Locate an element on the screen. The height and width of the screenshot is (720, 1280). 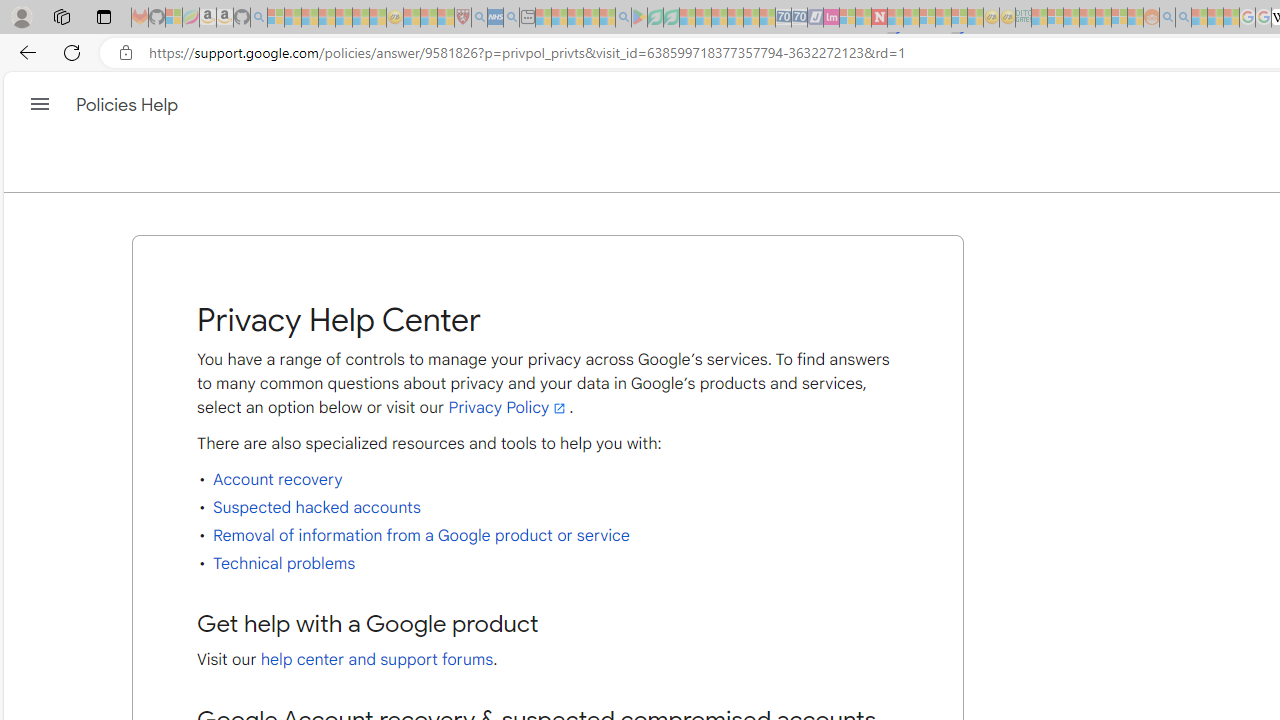
'Technical problems' is located at coordinates (283, 563).